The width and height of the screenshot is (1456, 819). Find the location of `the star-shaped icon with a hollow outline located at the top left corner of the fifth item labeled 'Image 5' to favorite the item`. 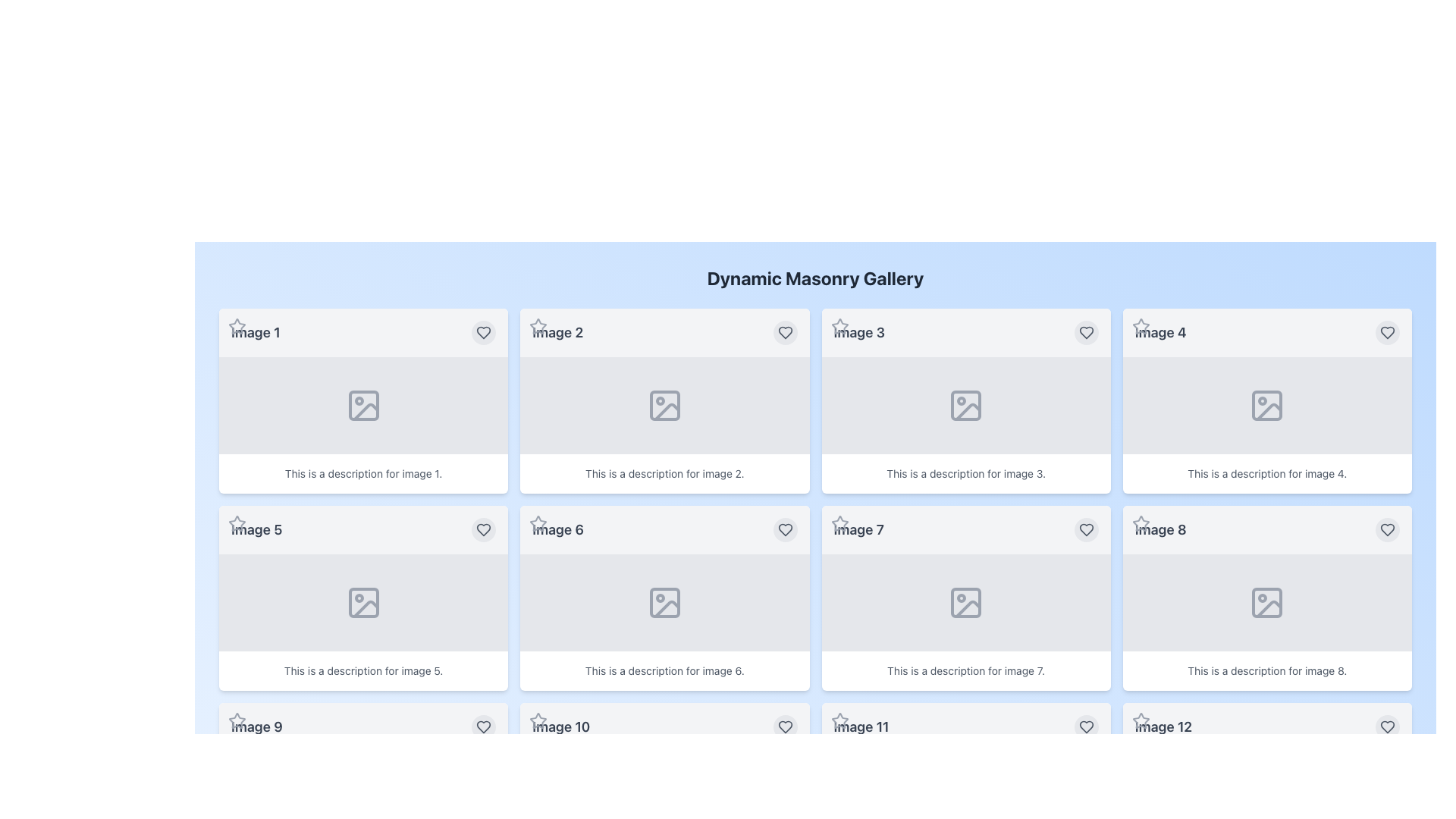

the star-shaped icon with a hollow outline located at the top left corner of the fifth item labeled 'Image 5' to favorite the item is located at coordinates (236, 522).